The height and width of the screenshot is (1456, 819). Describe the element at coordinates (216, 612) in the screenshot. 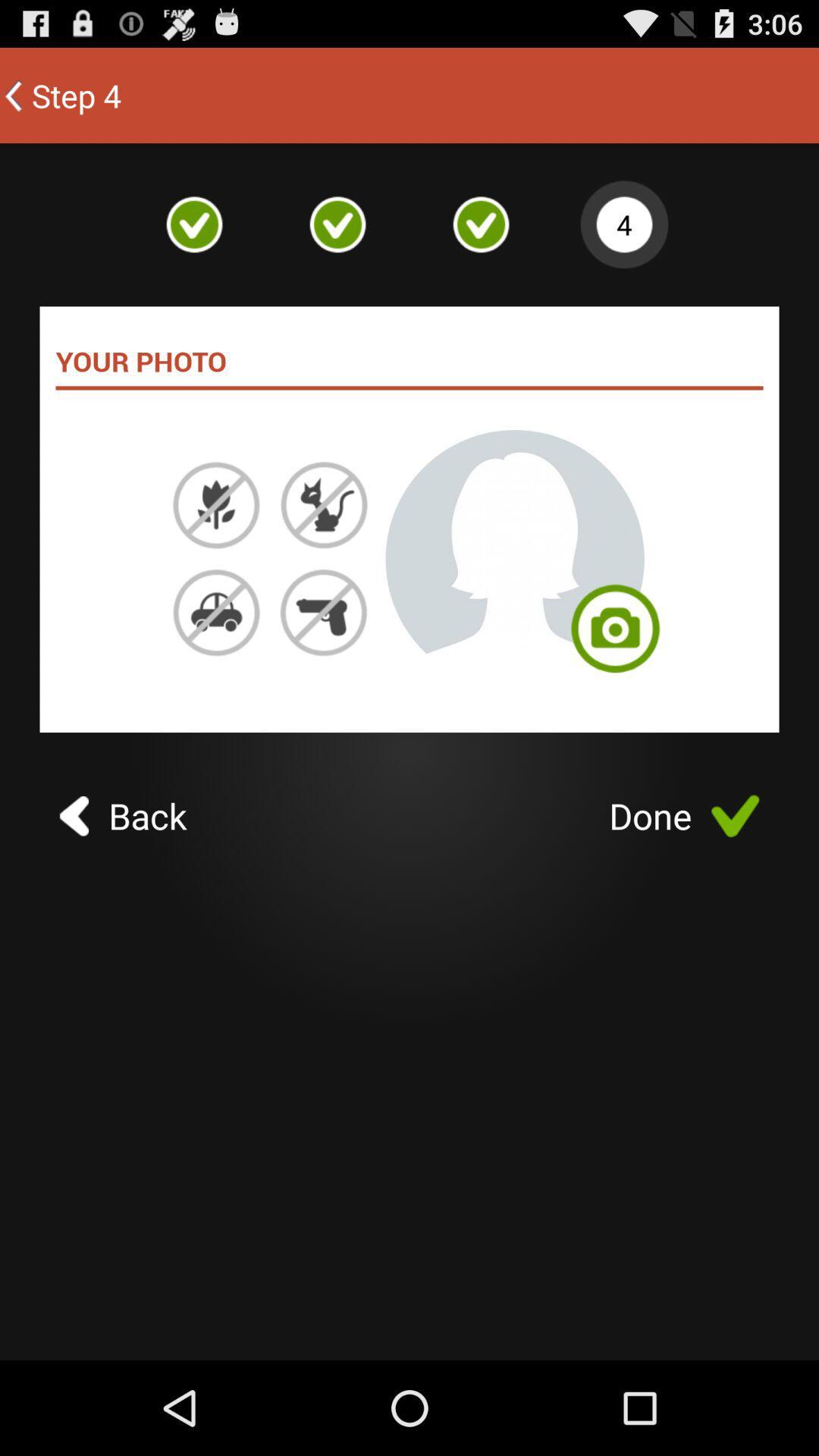

I see `the option no car which is on the left side of the page` at that location.